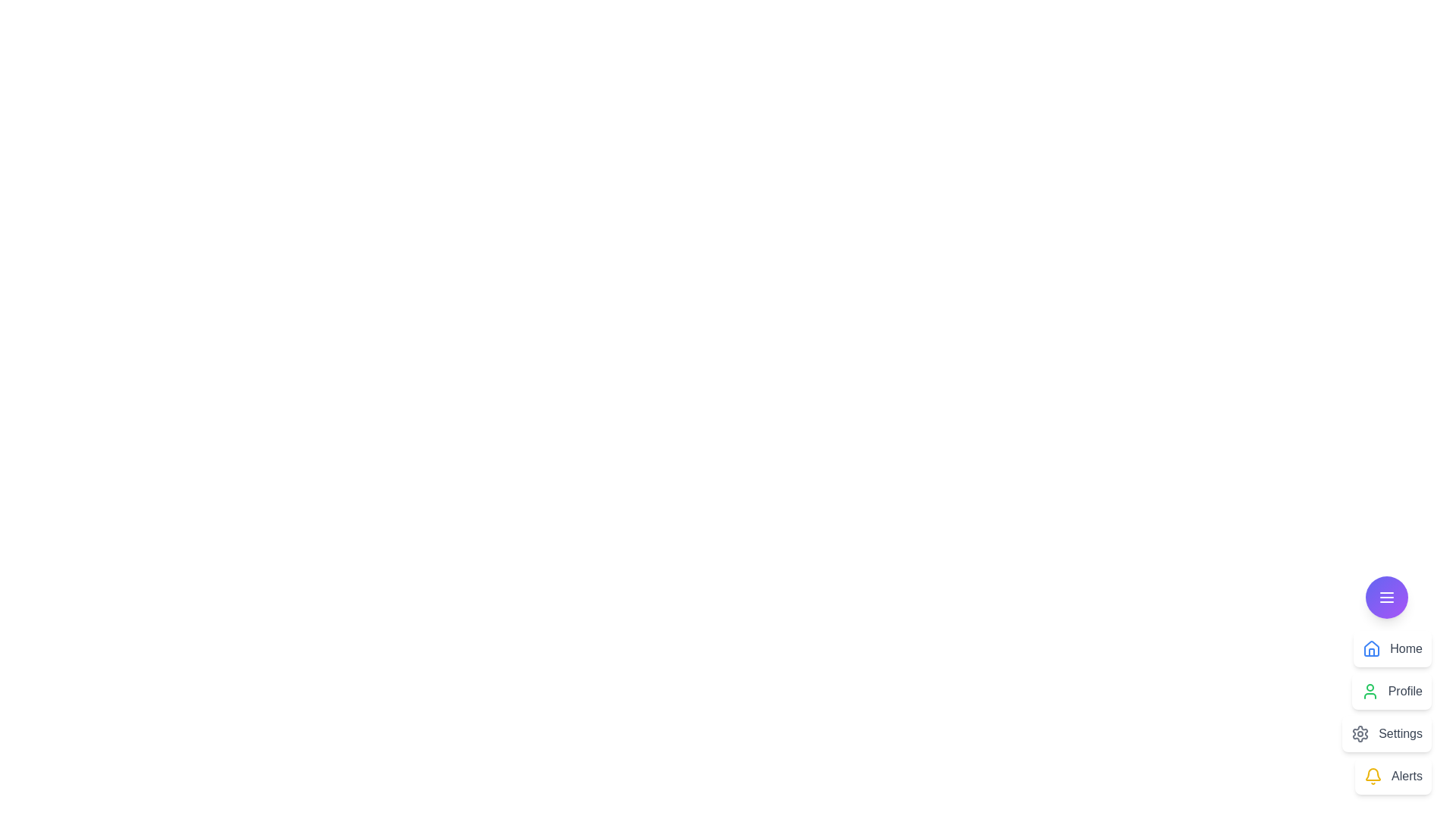  What do you see at coordinates (1387, 733) in the screenshot?
I see `the menu item Settings from the speed dial menu` at bounding box center [1387, 733].